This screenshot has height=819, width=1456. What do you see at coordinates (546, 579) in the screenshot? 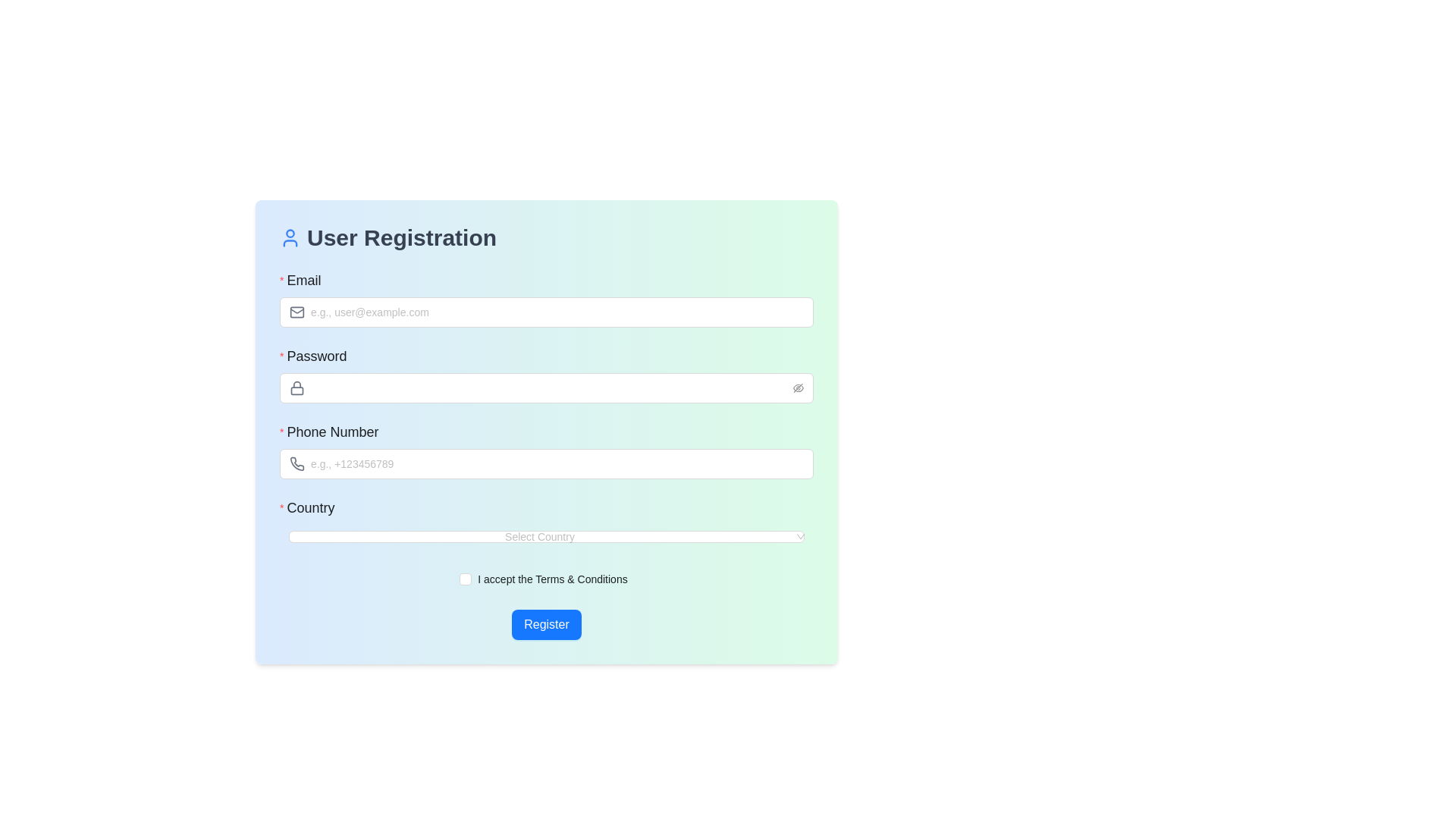
I see `the hyperlink associated with the checkbox that allows users to agree to the terms and conditions before submitting the form` at bounding box center [546, 579].